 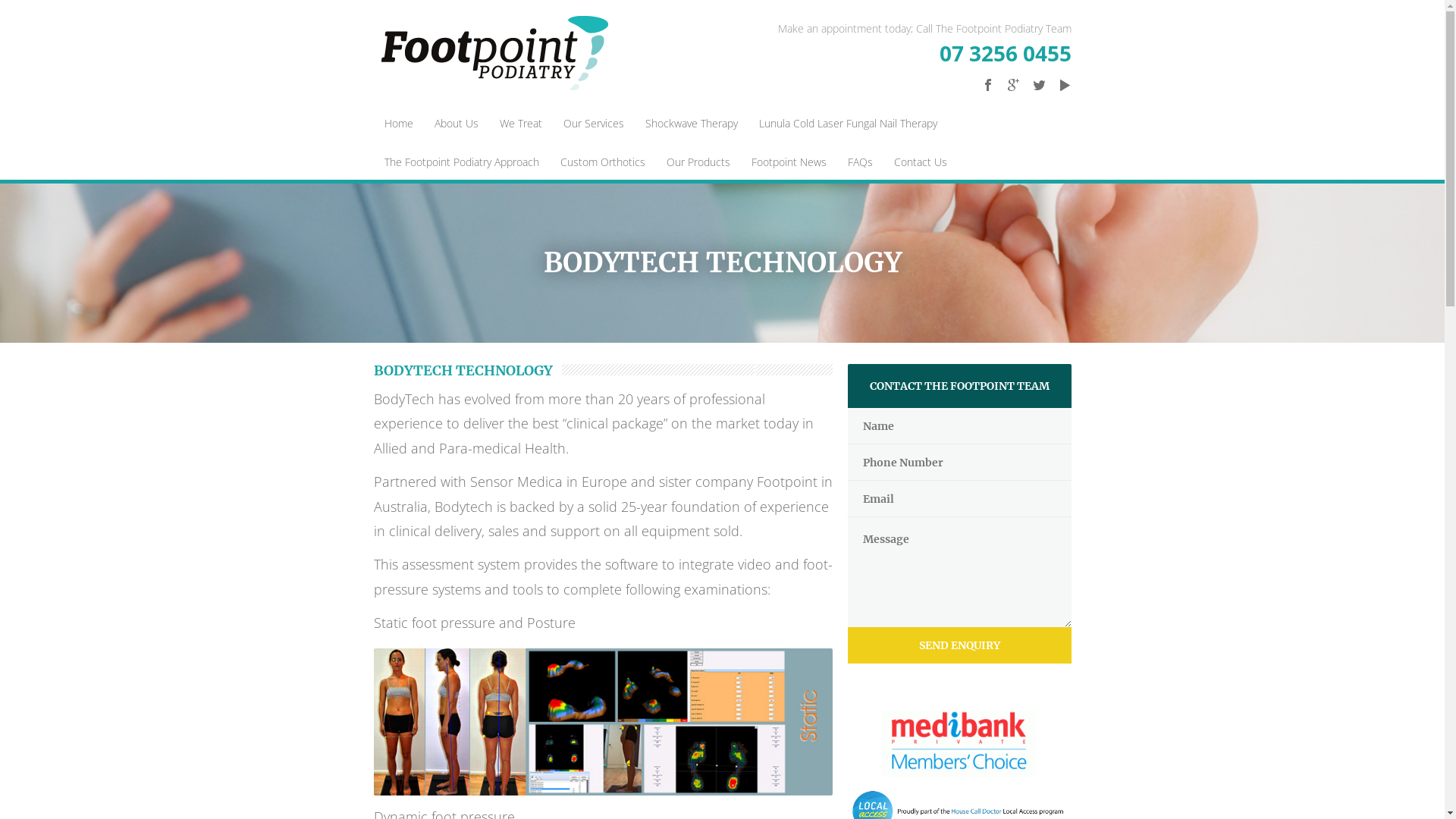 I want to click on 'Our Services', so click(x=592, y=124).